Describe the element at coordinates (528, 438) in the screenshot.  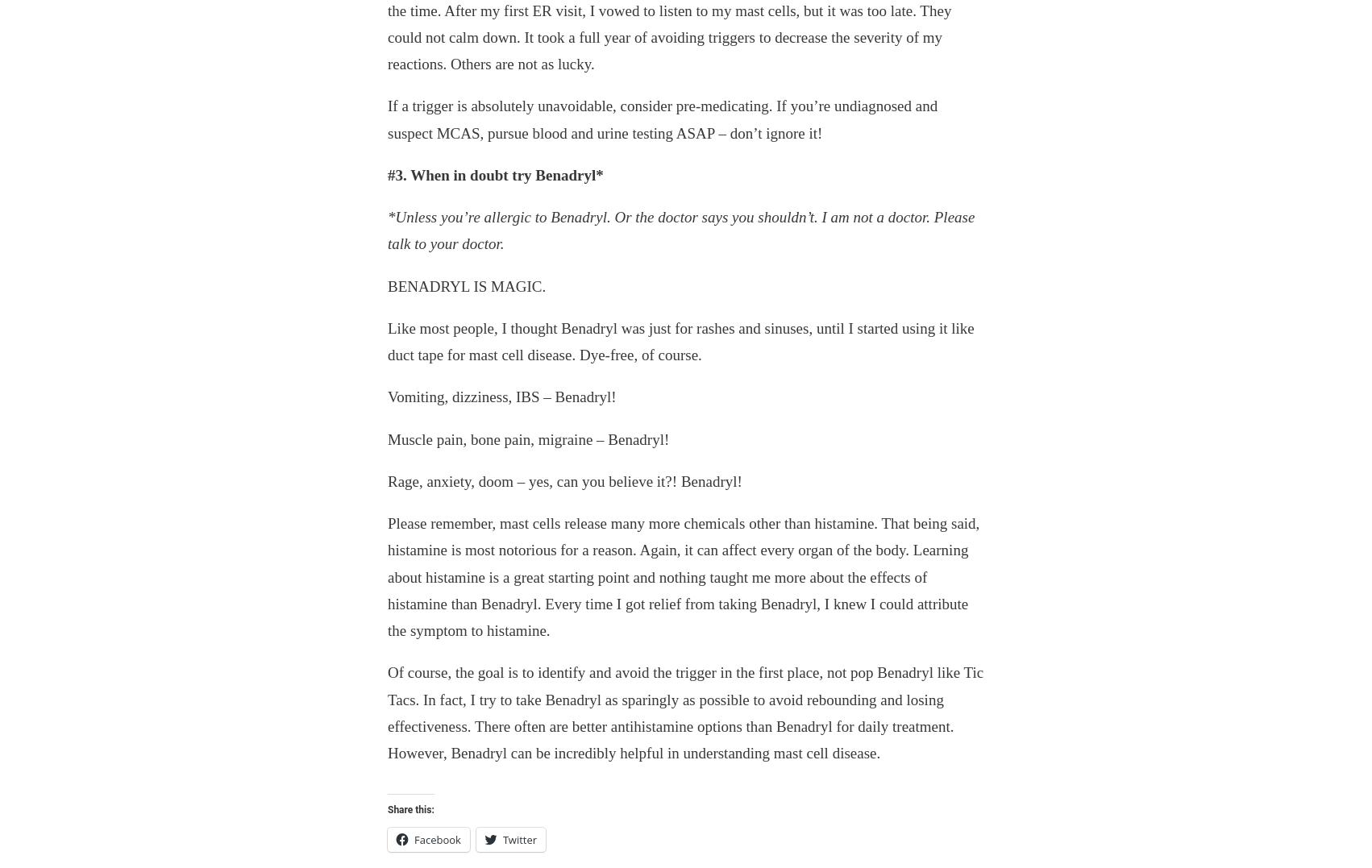
I see `'Muscle pain, bone pain, migraine – Benadryl!'` at that location.